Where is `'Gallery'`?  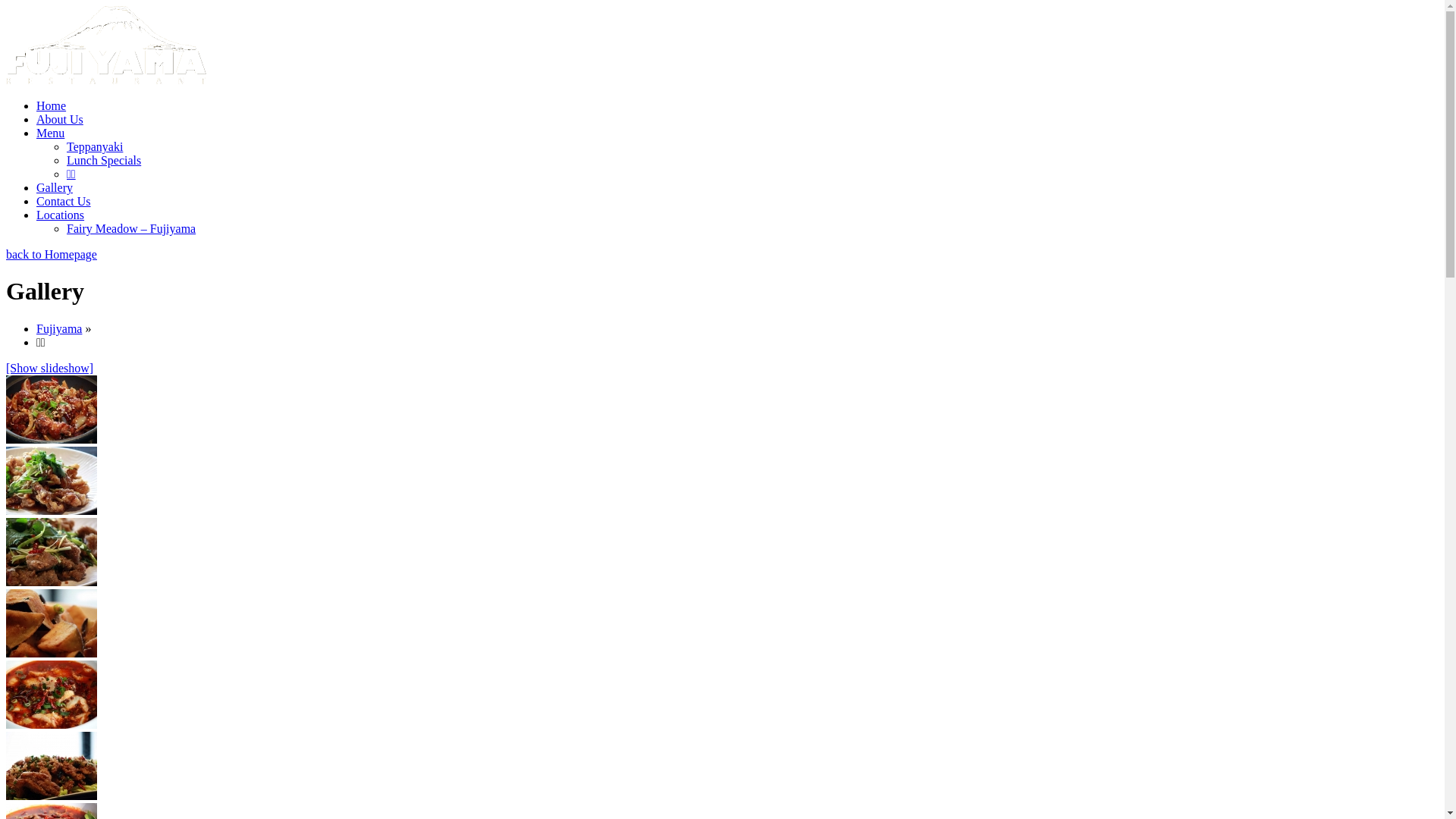
'Gallery' is located at coordinates (55, 187).